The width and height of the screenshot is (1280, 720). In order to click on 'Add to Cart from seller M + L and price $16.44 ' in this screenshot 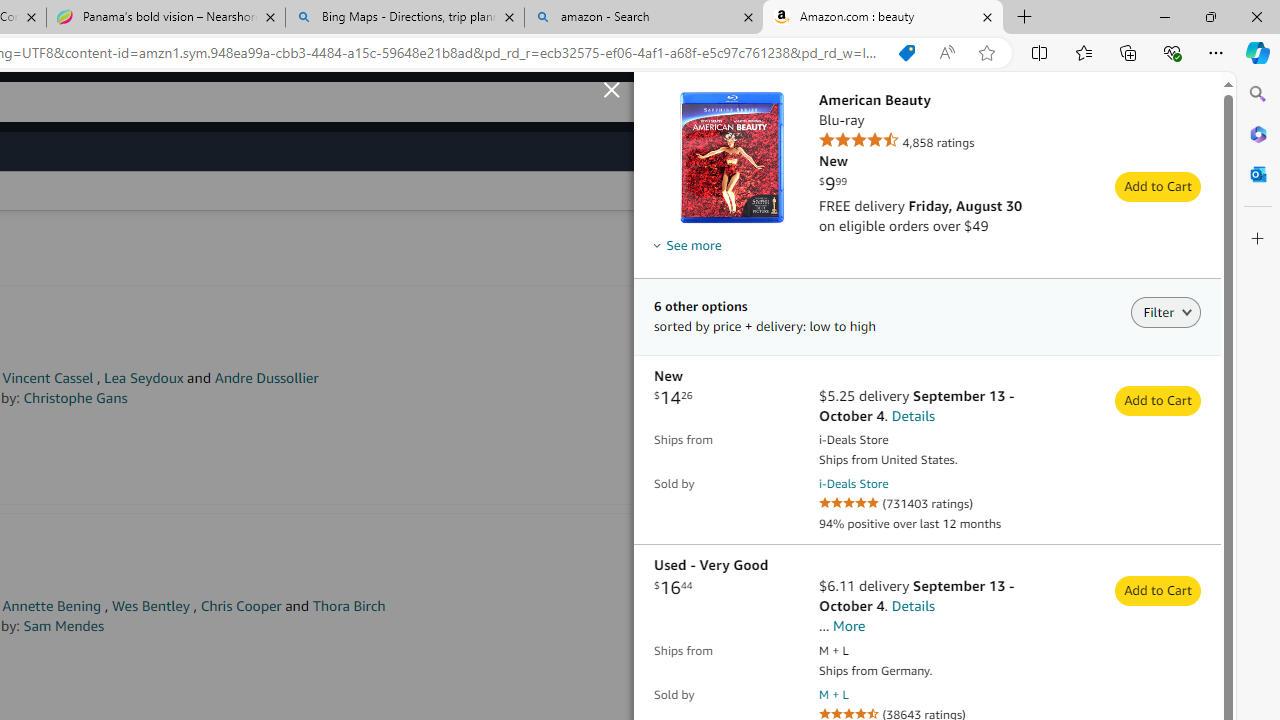, I will do `click(1158, 590)`.